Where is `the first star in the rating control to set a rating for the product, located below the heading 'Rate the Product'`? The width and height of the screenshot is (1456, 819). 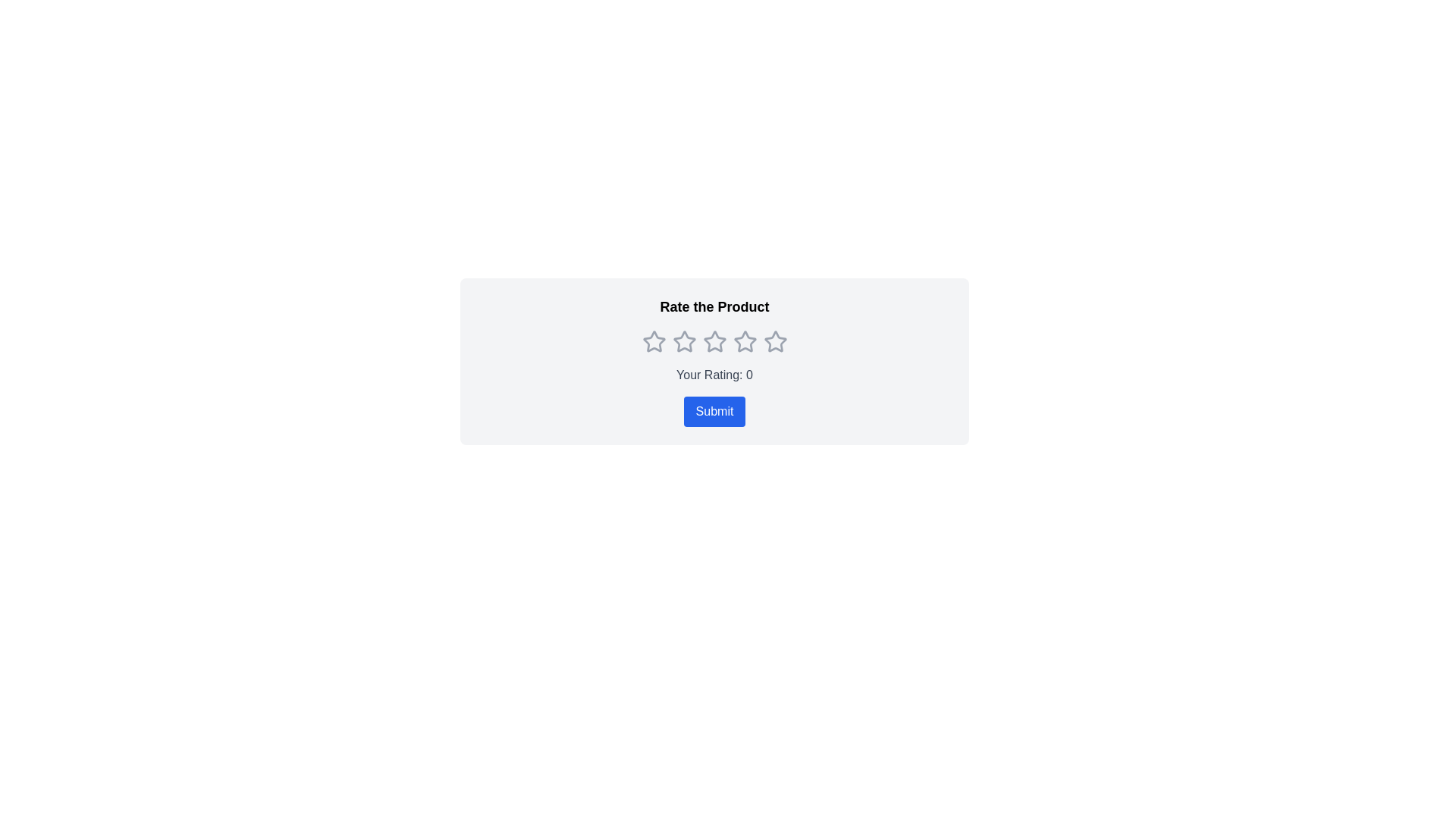
the first star in the rating control to set a rating for the product, located below the heading 'Rate the Product' is located at coordinates (654, 342).